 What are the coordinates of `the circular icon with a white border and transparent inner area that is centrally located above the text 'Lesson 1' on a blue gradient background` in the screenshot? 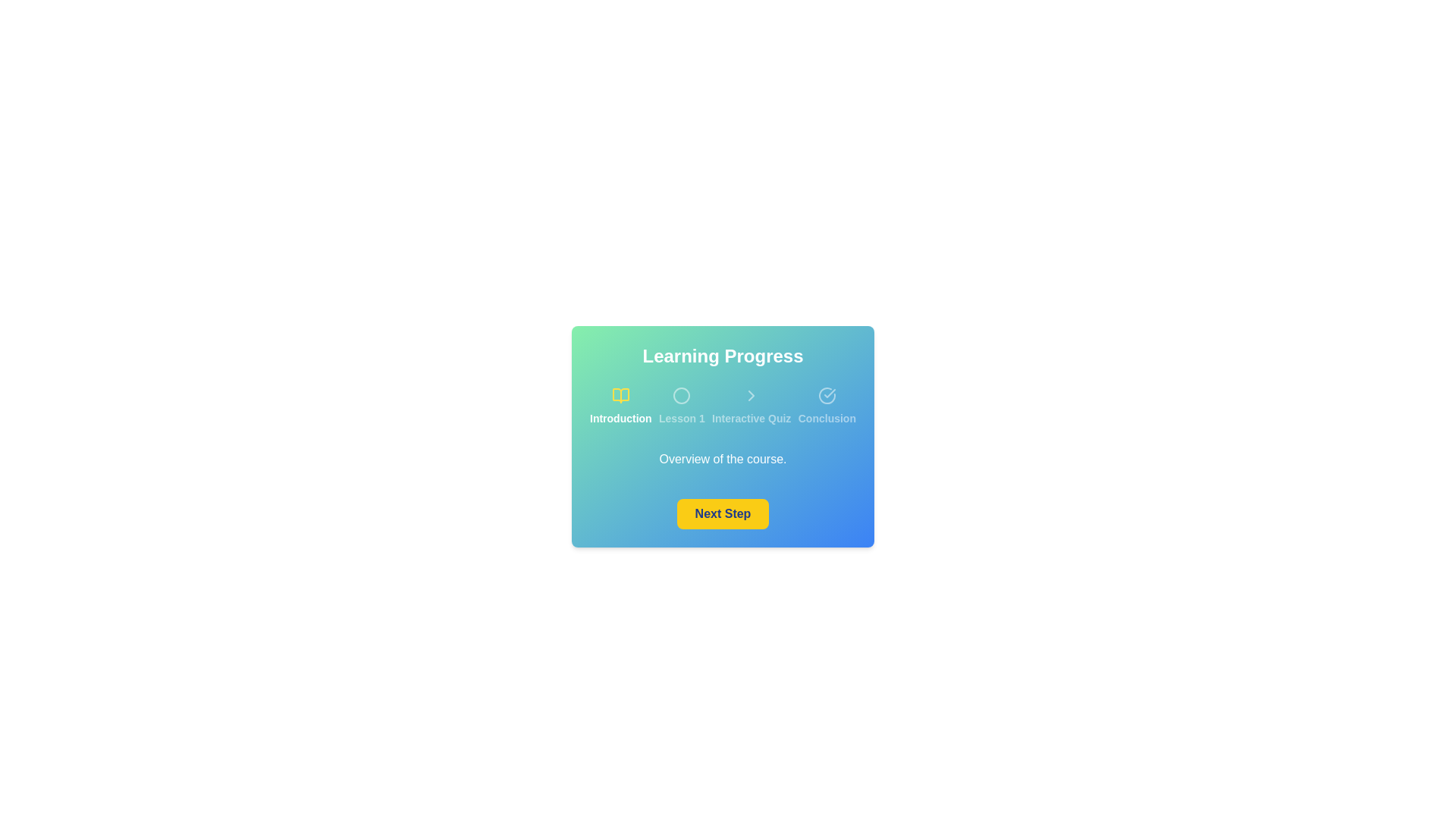 It's located at (681, 394).